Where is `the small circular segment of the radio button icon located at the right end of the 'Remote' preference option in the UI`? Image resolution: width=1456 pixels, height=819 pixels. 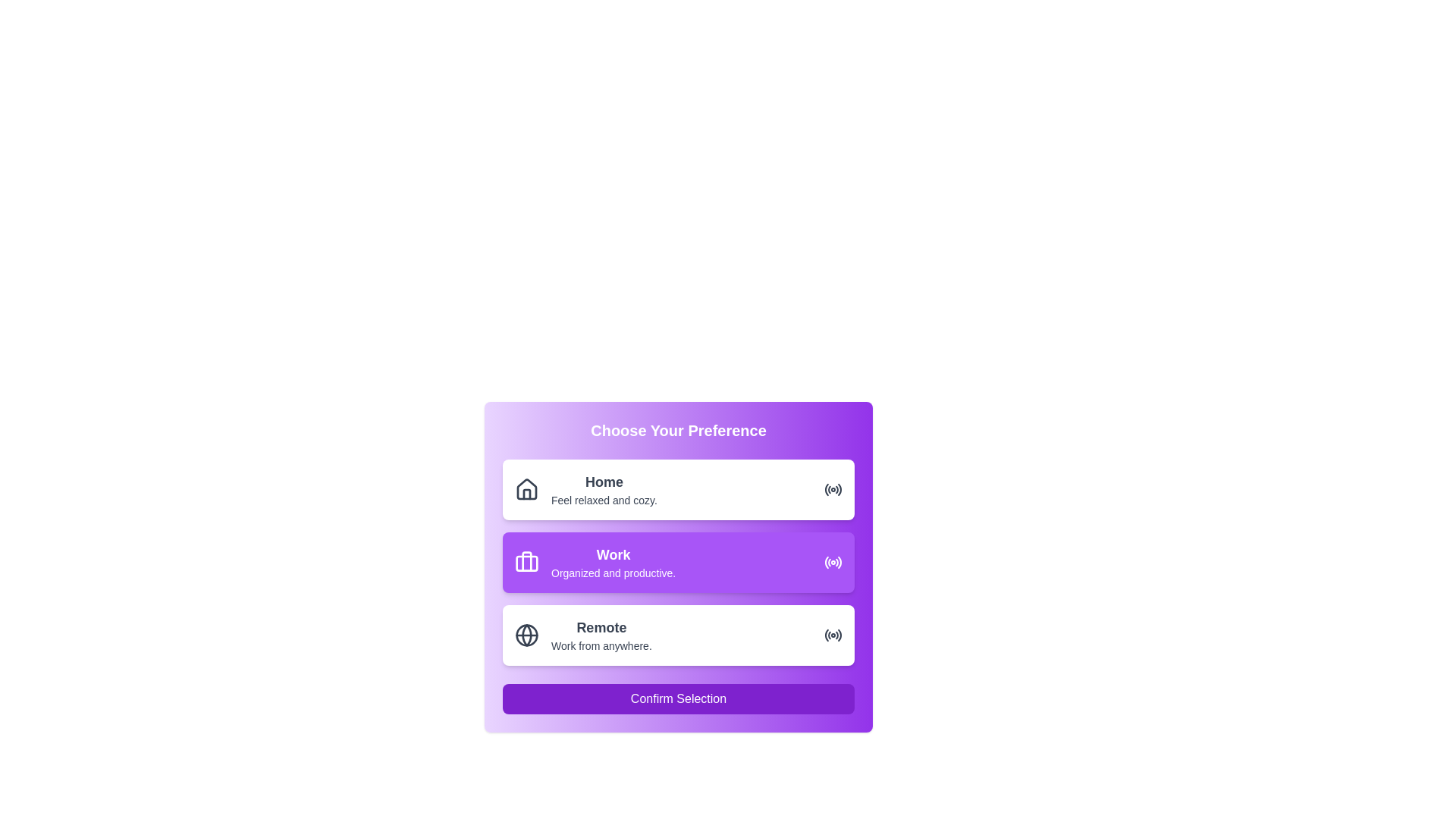
the small circular segment of the radio button icon located at the right end of the 'Remote' preference option in the UI is located at coordinates (836, 635).